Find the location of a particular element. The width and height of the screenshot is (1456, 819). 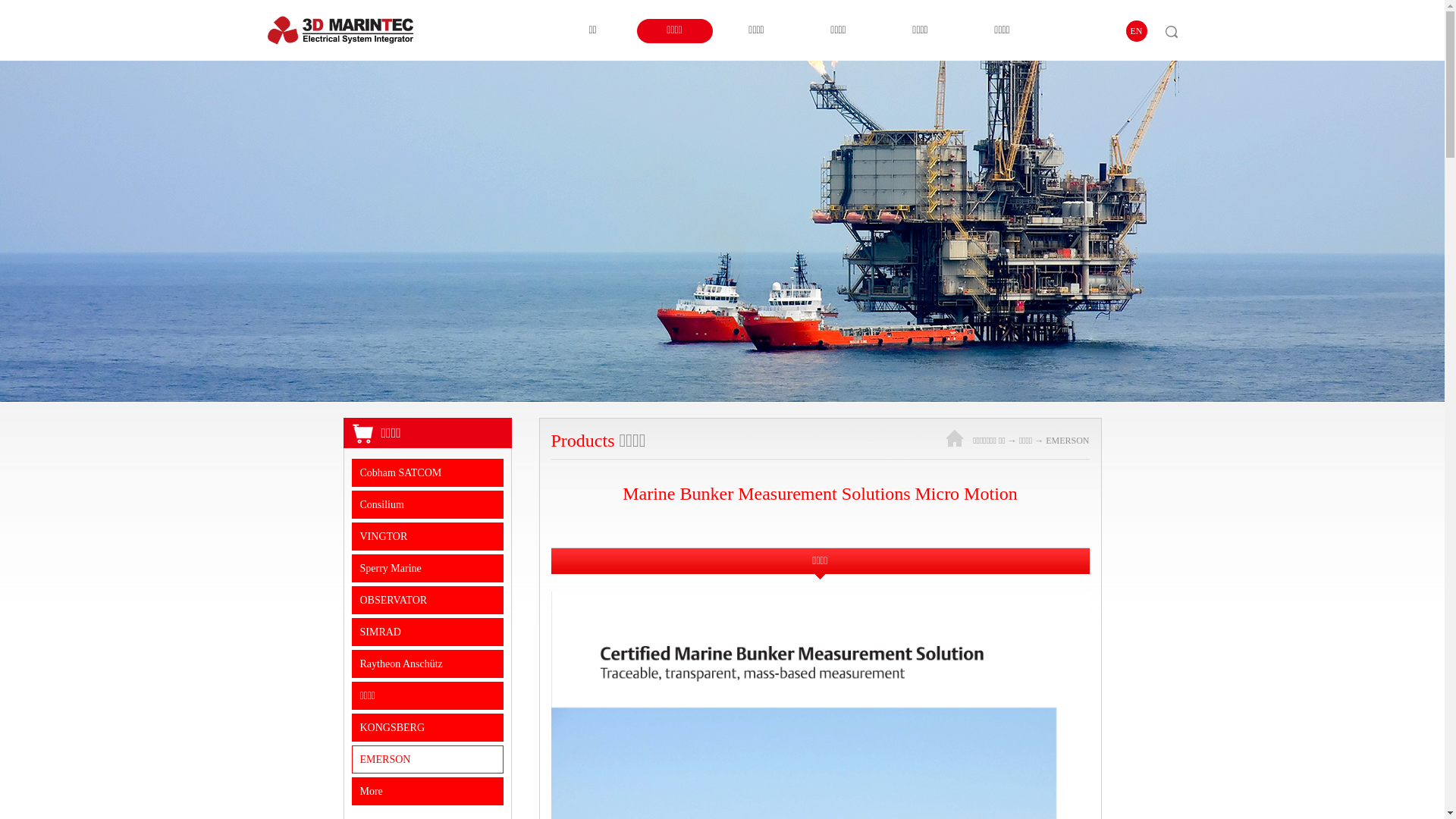

'OBSERVATOR' is located at coordinates (427, 599).